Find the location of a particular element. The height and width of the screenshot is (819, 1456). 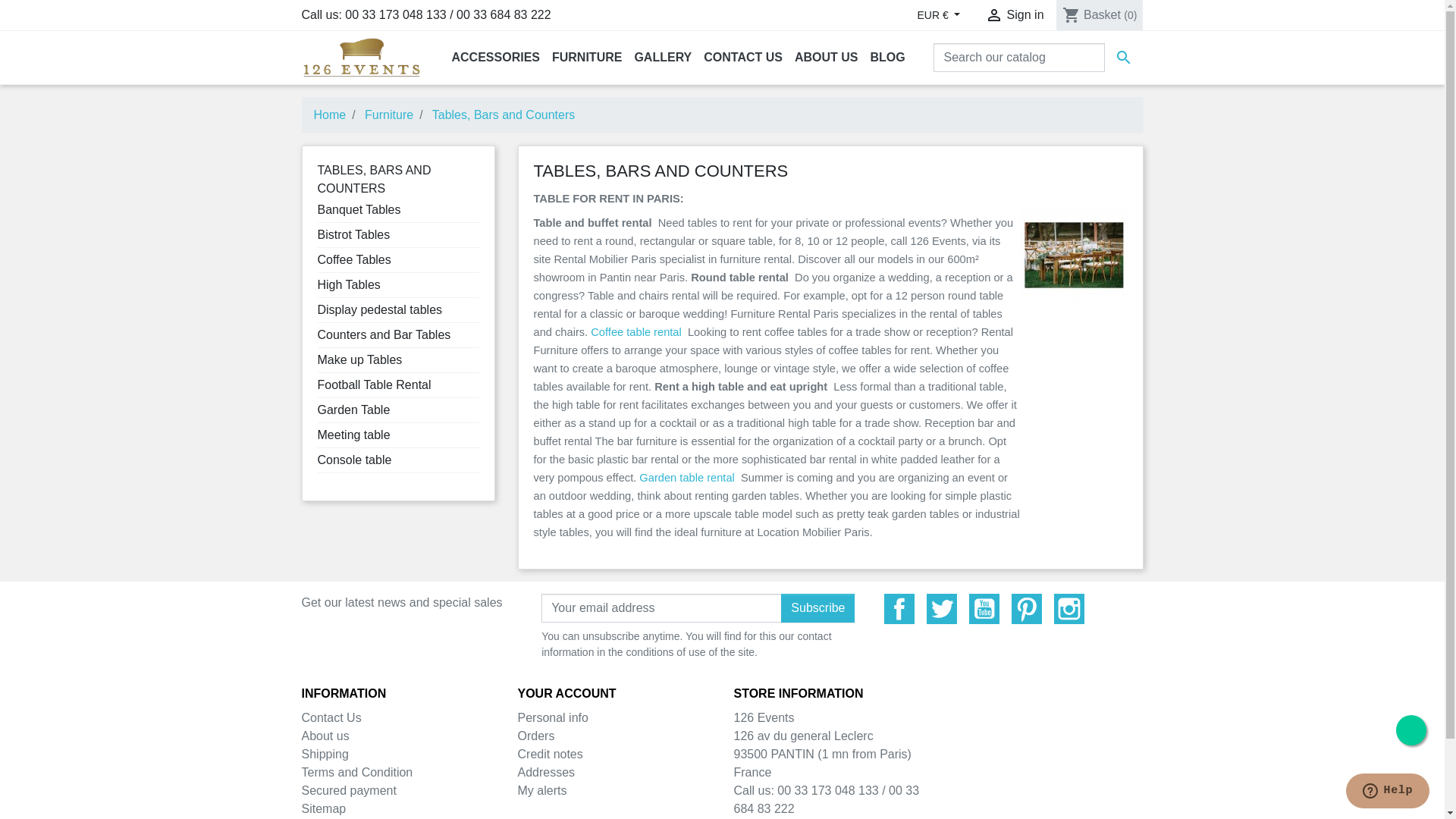

'Credit notes' is located at coordinates (516, 754).